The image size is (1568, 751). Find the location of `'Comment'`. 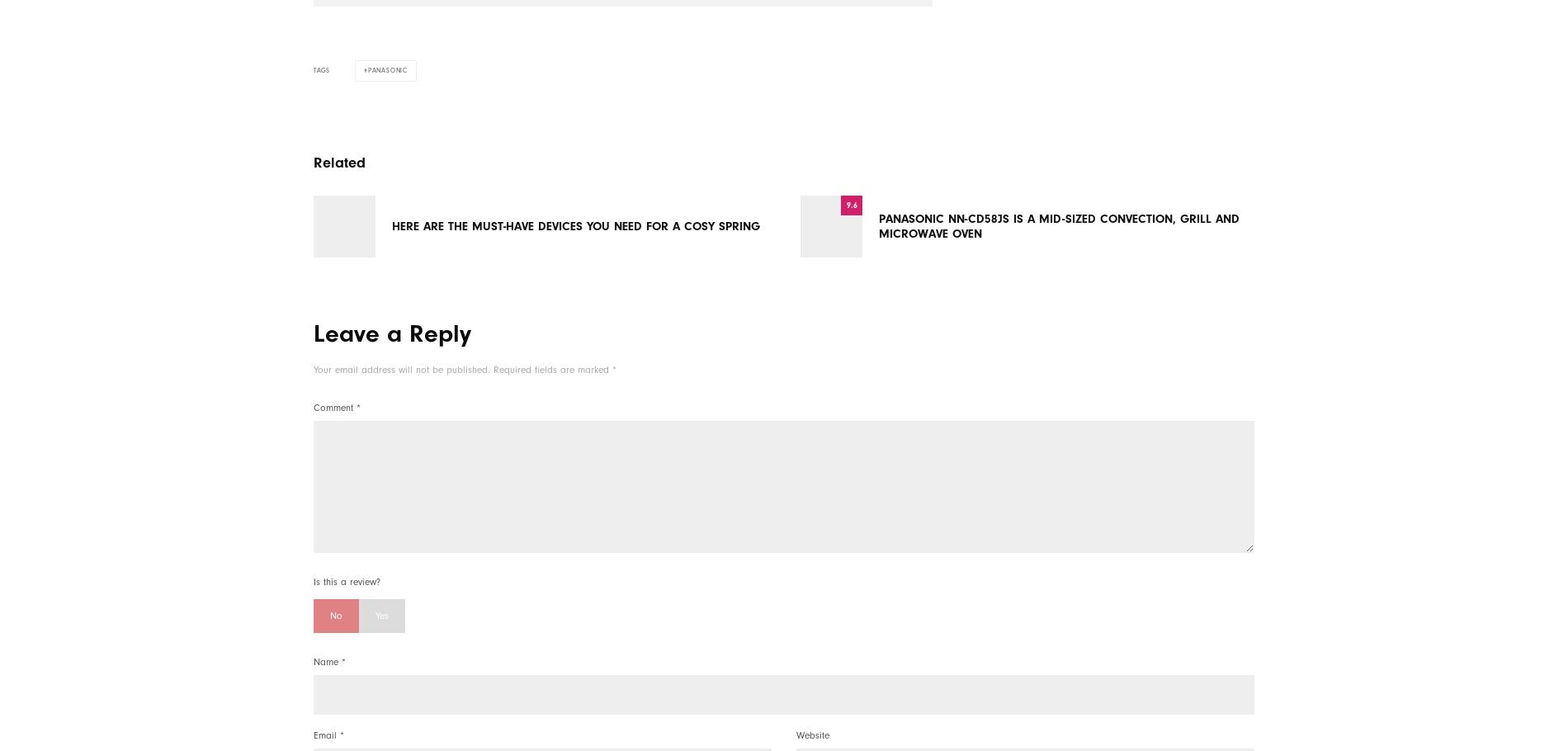

'Comment' is located at coordinates (334, 408).